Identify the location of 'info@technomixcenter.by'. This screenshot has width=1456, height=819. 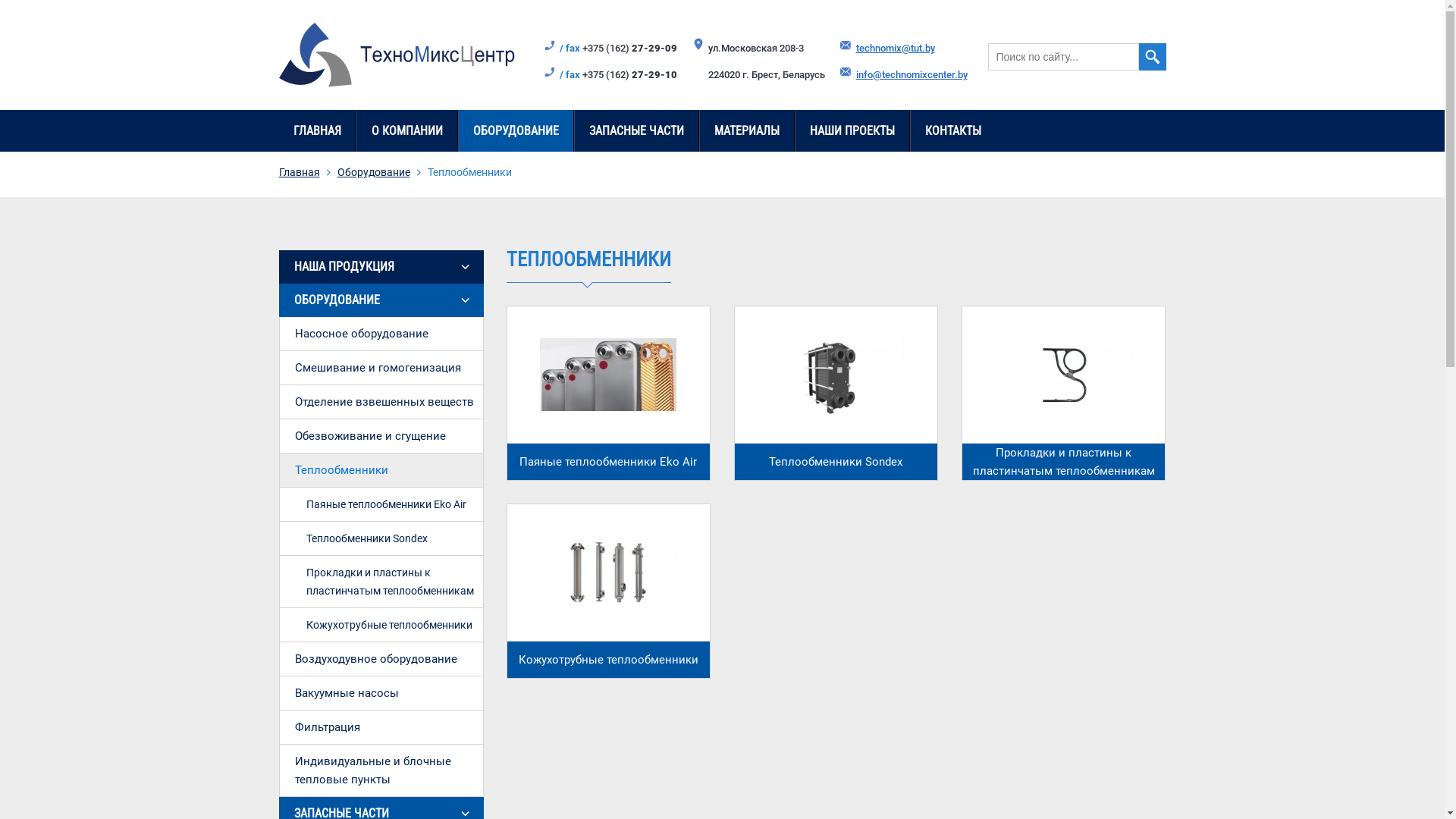
(910, 74).